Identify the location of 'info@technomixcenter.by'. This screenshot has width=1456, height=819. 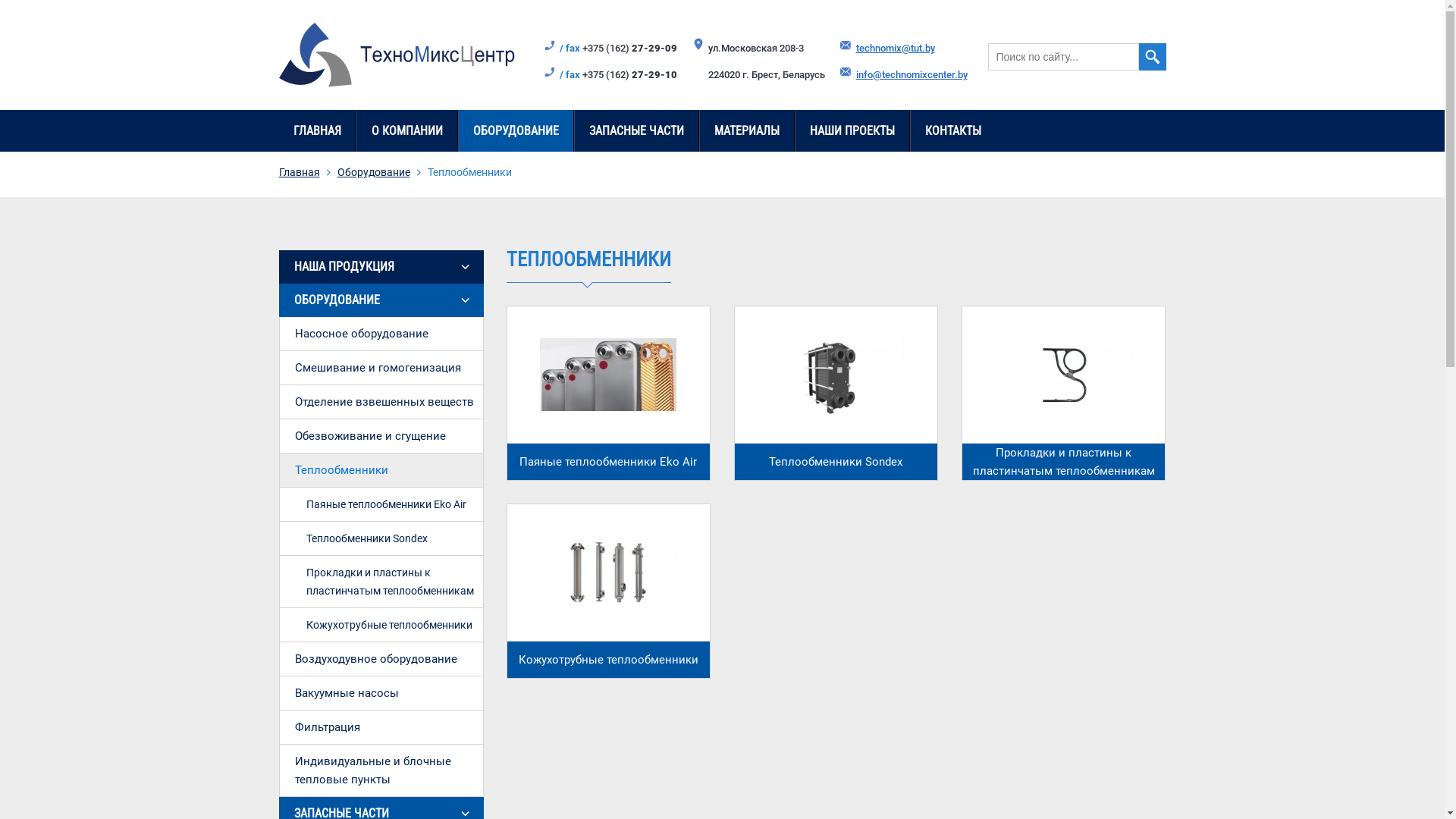
(910, 74).